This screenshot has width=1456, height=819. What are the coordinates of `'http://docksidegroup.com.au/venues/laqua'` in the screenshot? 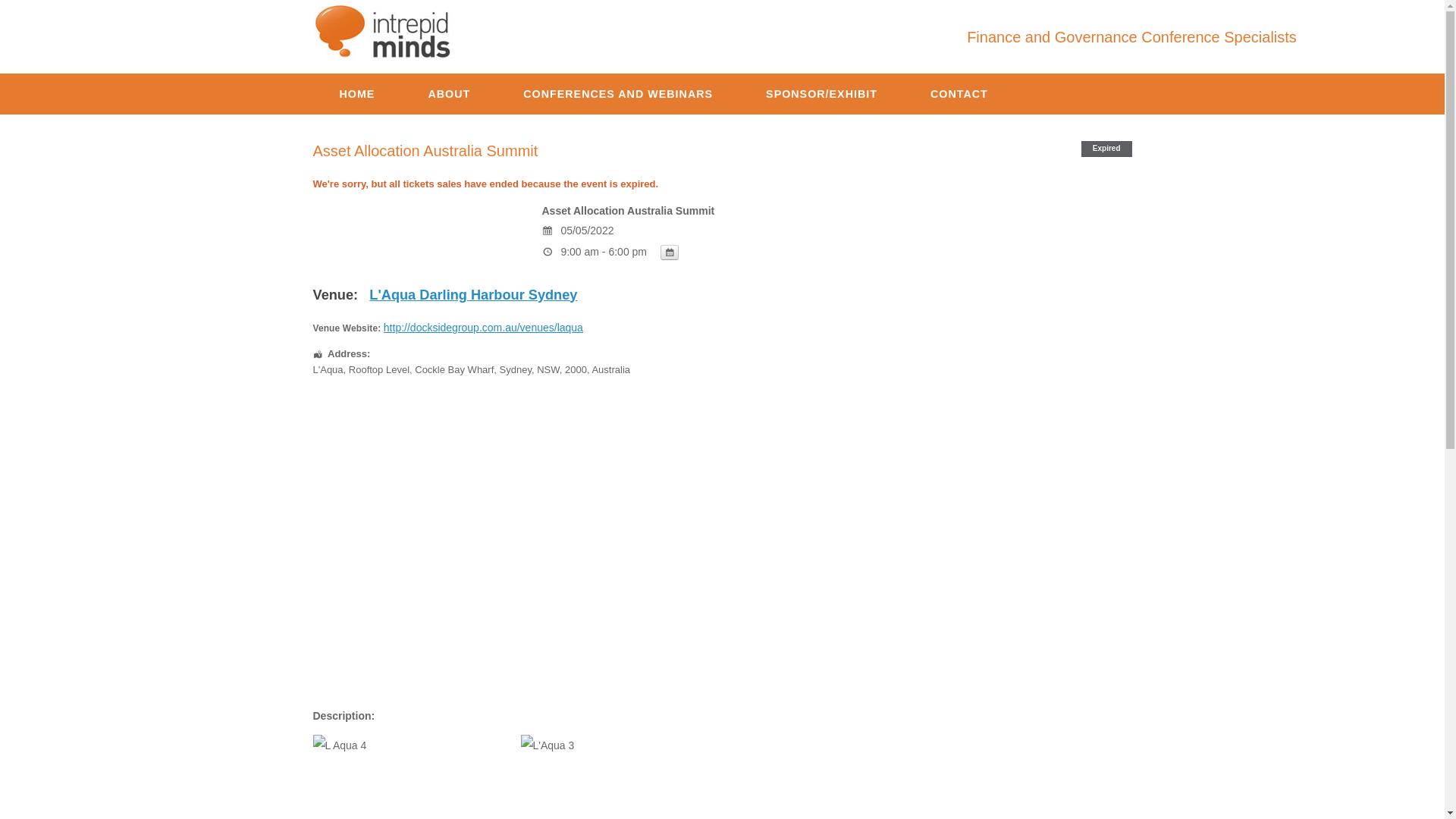 It's located at (482, 327).